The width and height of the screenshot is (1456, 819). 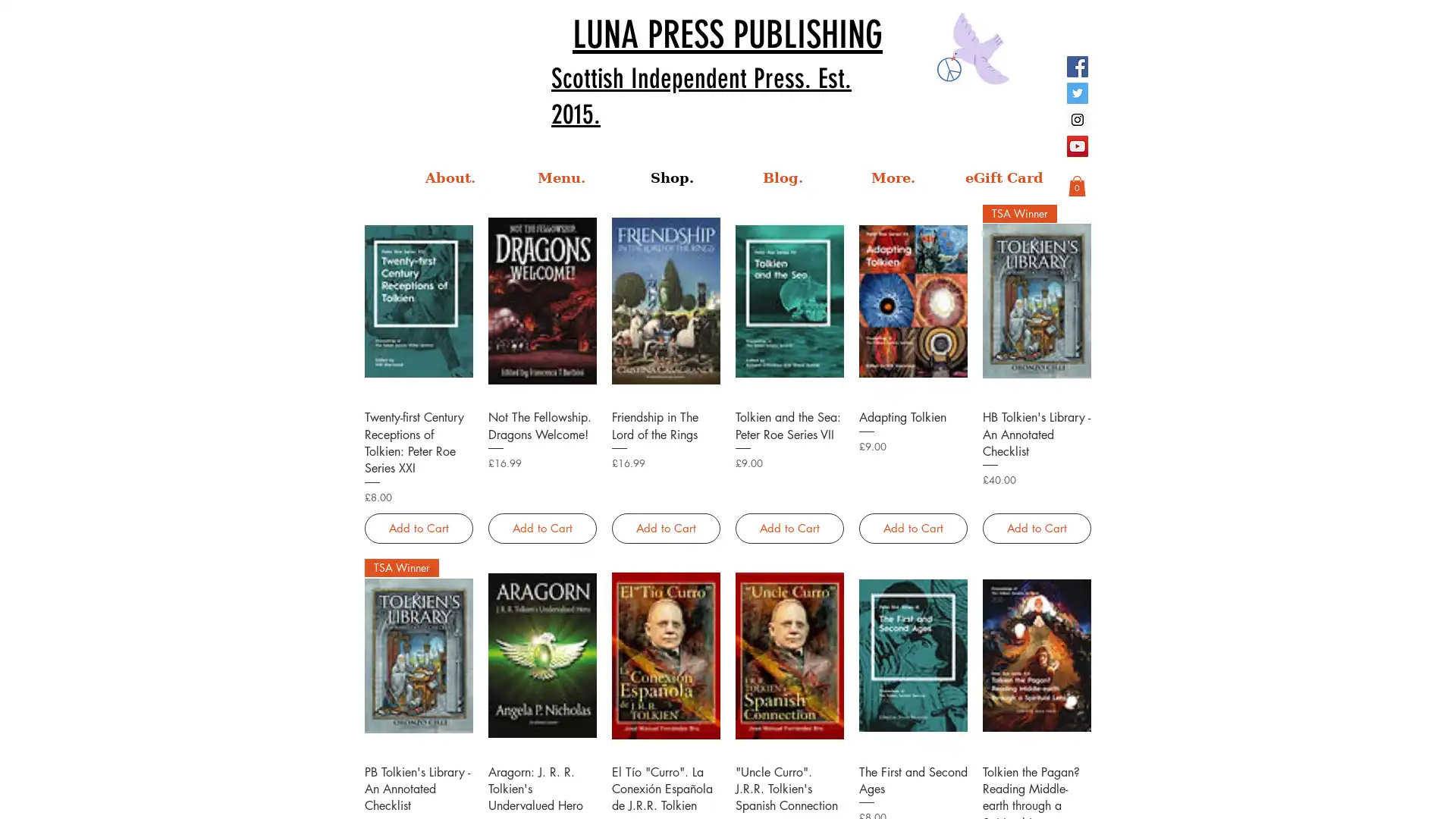 What do you see at coordinates (1305, 794) in the screenshot?
I see `Decline All` at bounding box center [1305, 794].